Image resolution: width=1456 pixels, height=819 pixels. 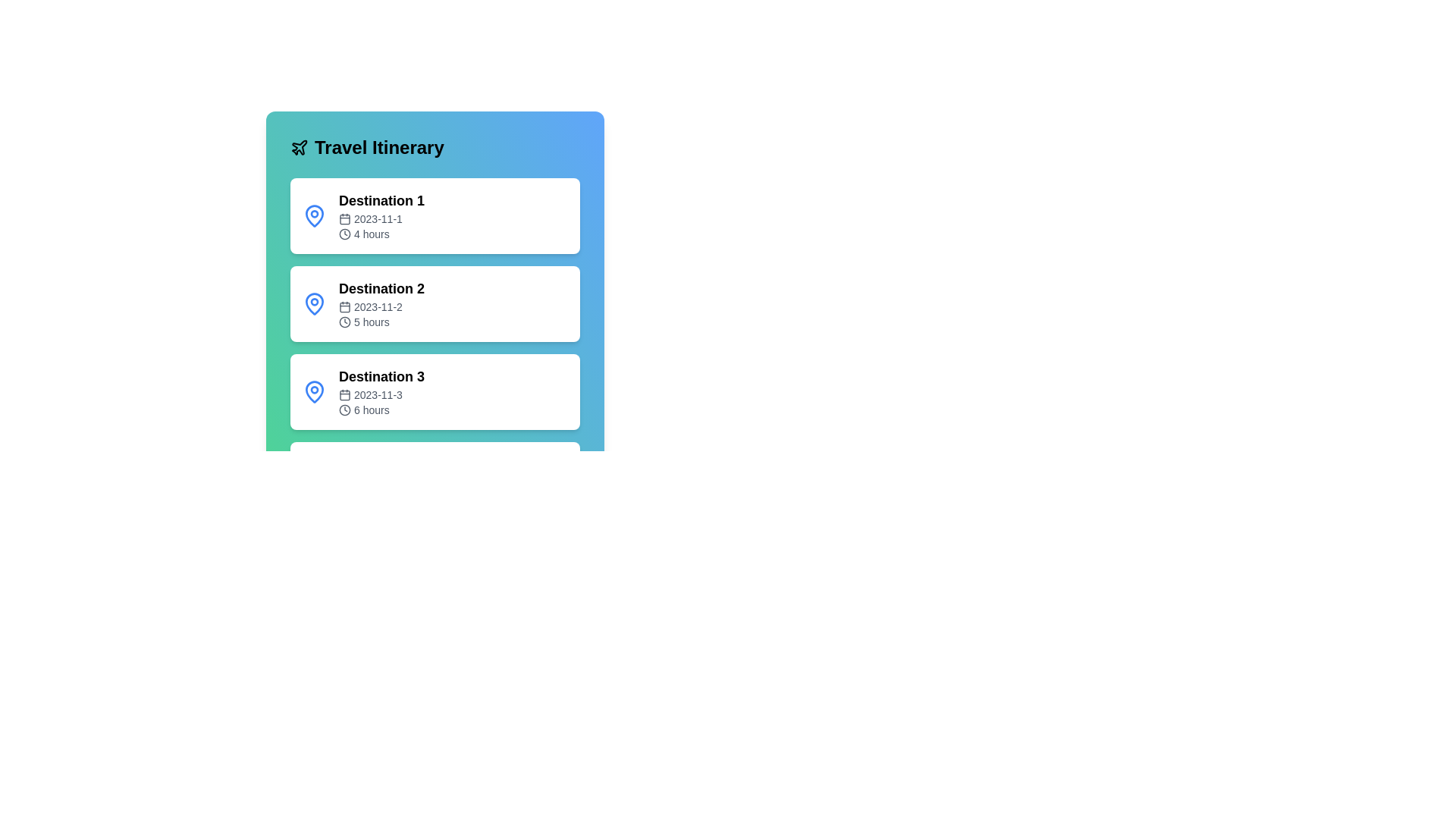 What do you see at coordinates (344, 307) in the screenshot?
I see `the minimalistic calendar icon located to the left of the text '2023-11-2' in the 'Destination 2' row` at bounding box center [344, 307].